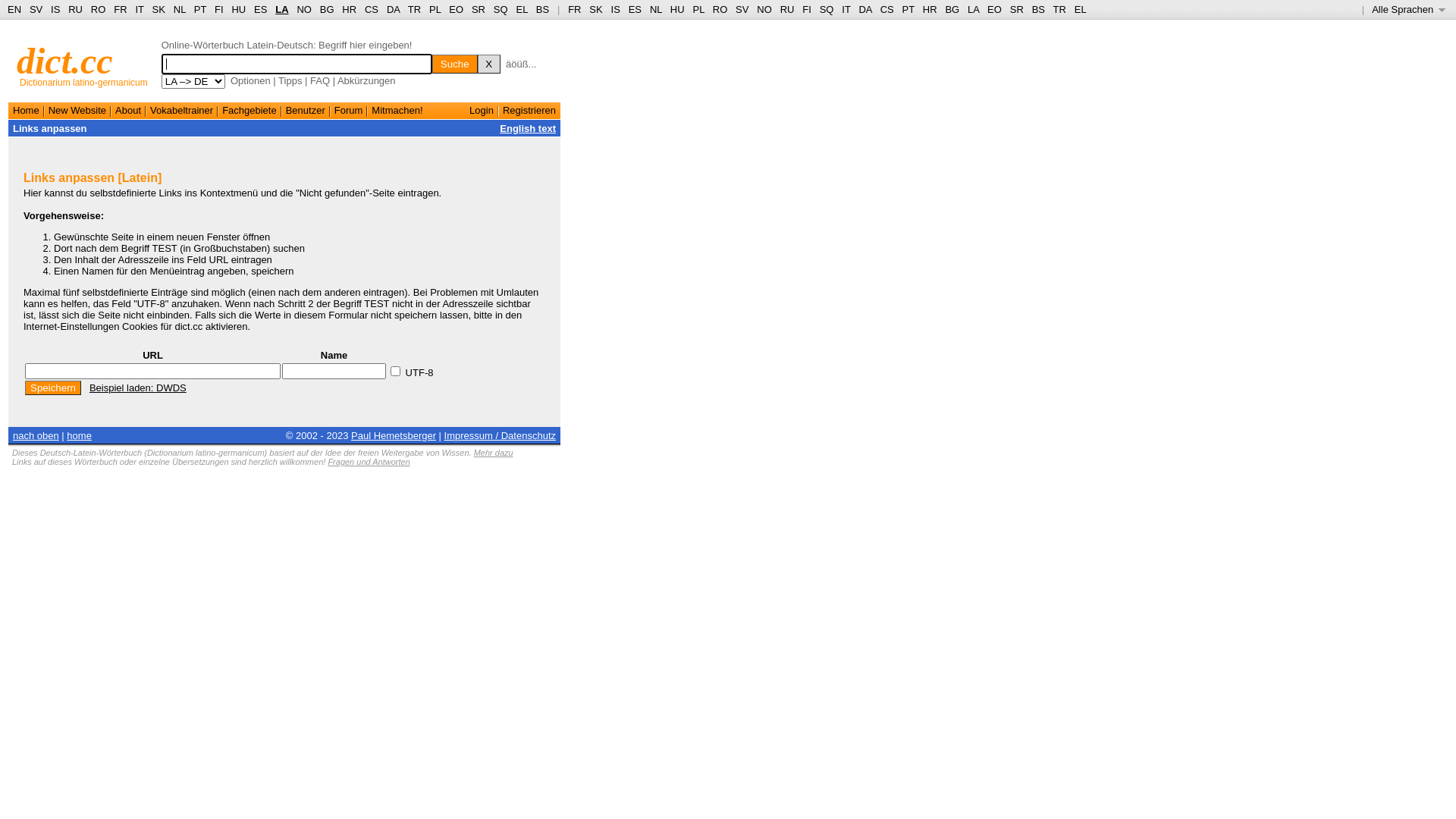 The width and height of the screenshot is (1456, 819). Describe the element at coordinates (477, 9) in the screenshot. I see `'SR'` at that location.